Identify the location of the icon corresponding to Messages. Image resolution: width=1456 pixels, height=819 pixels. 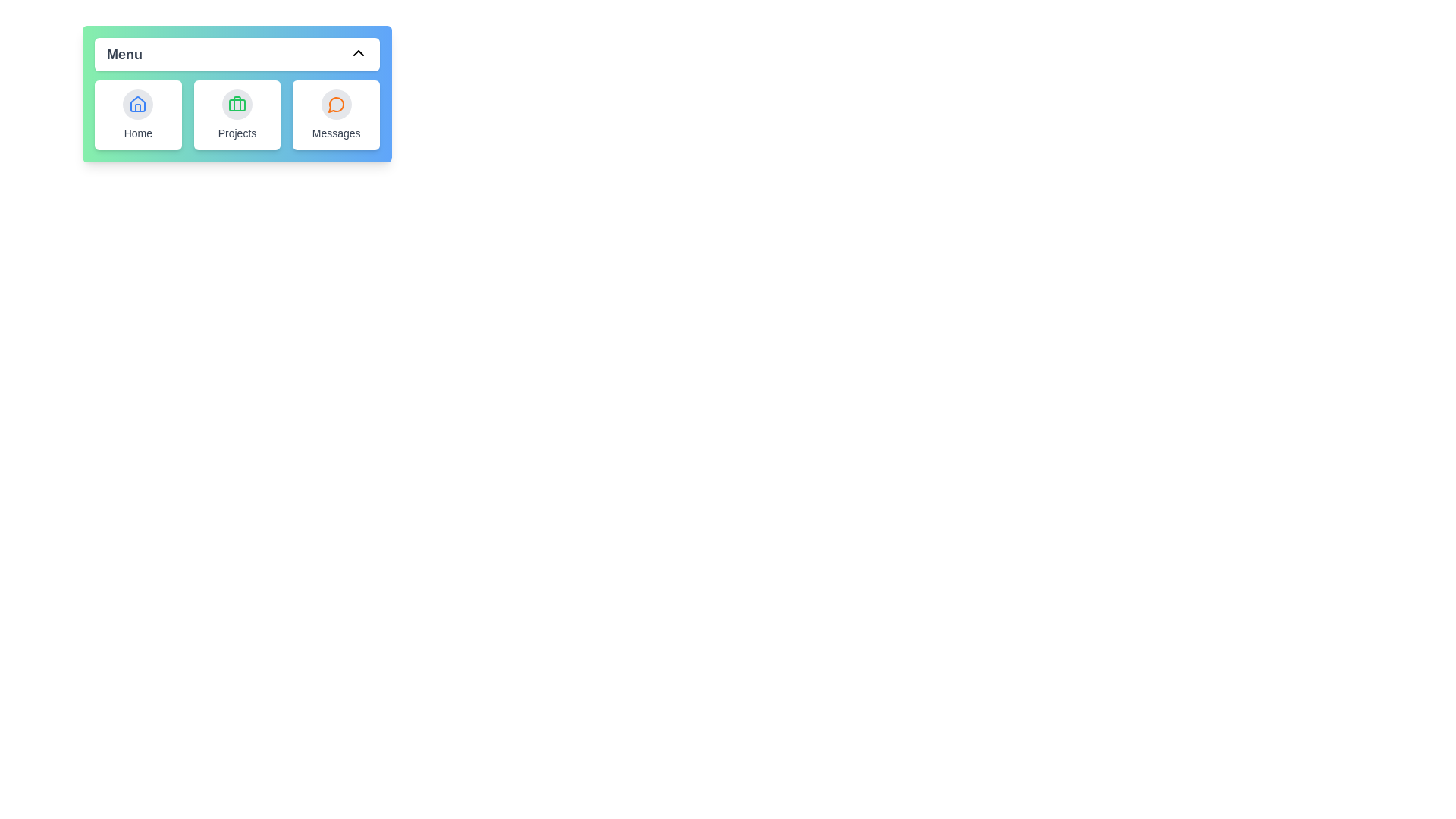
(336, 104).